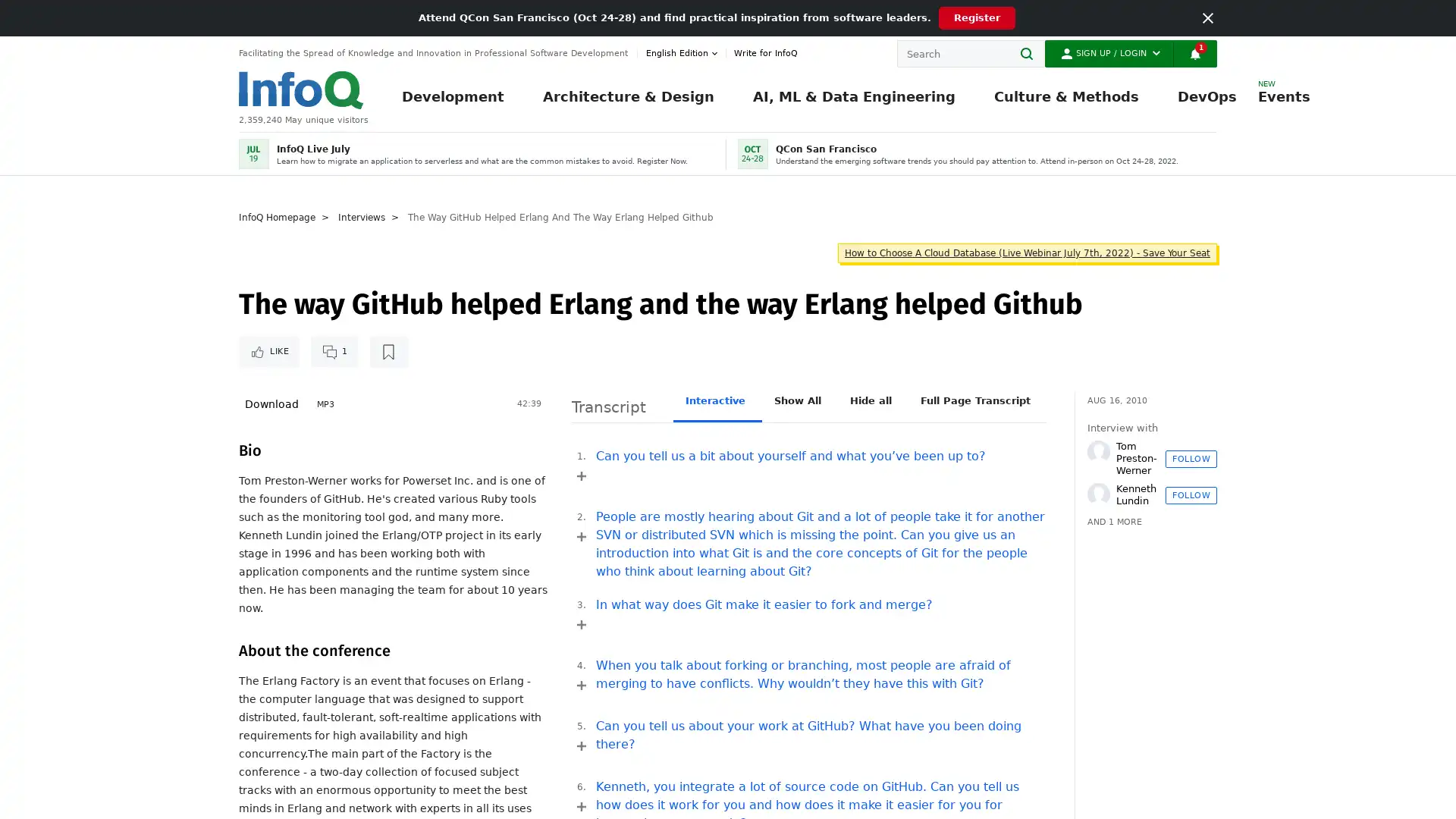 The image size is (1456, 819). I want to click on AND 1 MORE, so click(1114, 522).